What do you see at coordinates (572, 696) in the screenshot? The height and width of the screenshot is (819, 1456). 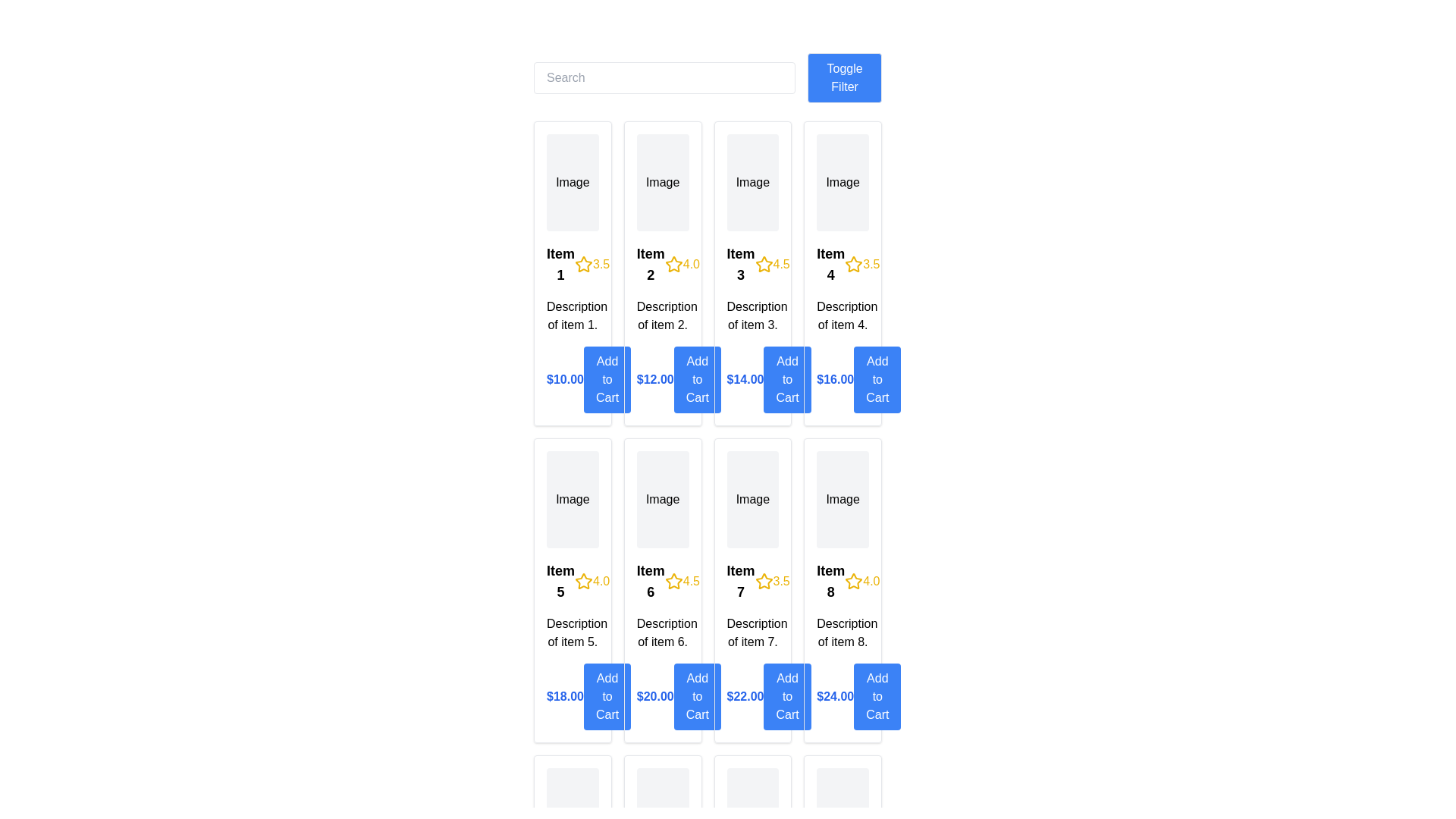 I see `the price label of the product in the fifth item card of the second row` at bounding box center [572, 696].